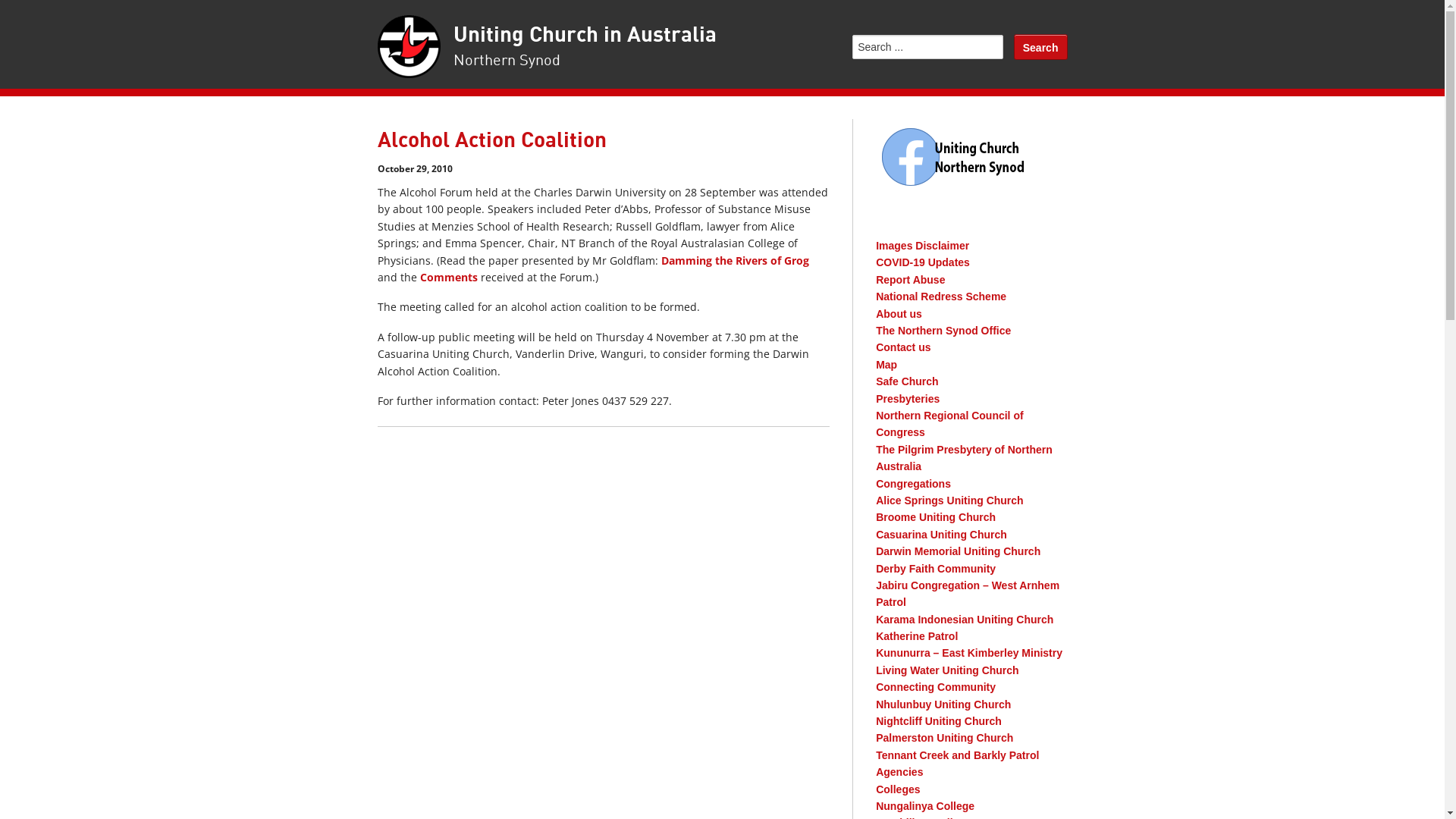 The image size is (1456, 819). Describe the element at coordinates (876, 483) in the screenshot. I see `'Congregations'` at that location.